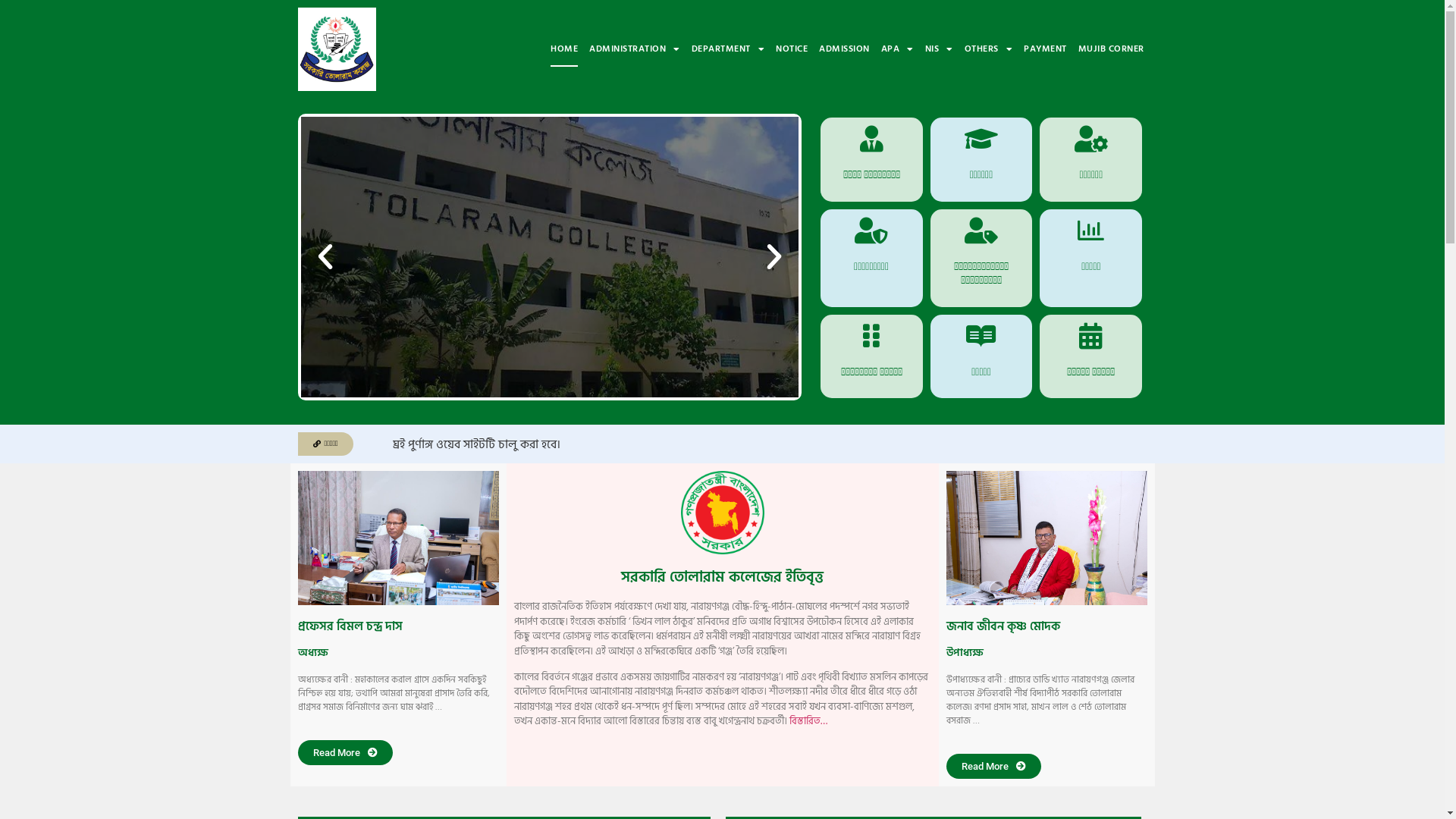  Describe the element at coordinates (563, 49) in the screenshot. I see `'HOME'` at that location.